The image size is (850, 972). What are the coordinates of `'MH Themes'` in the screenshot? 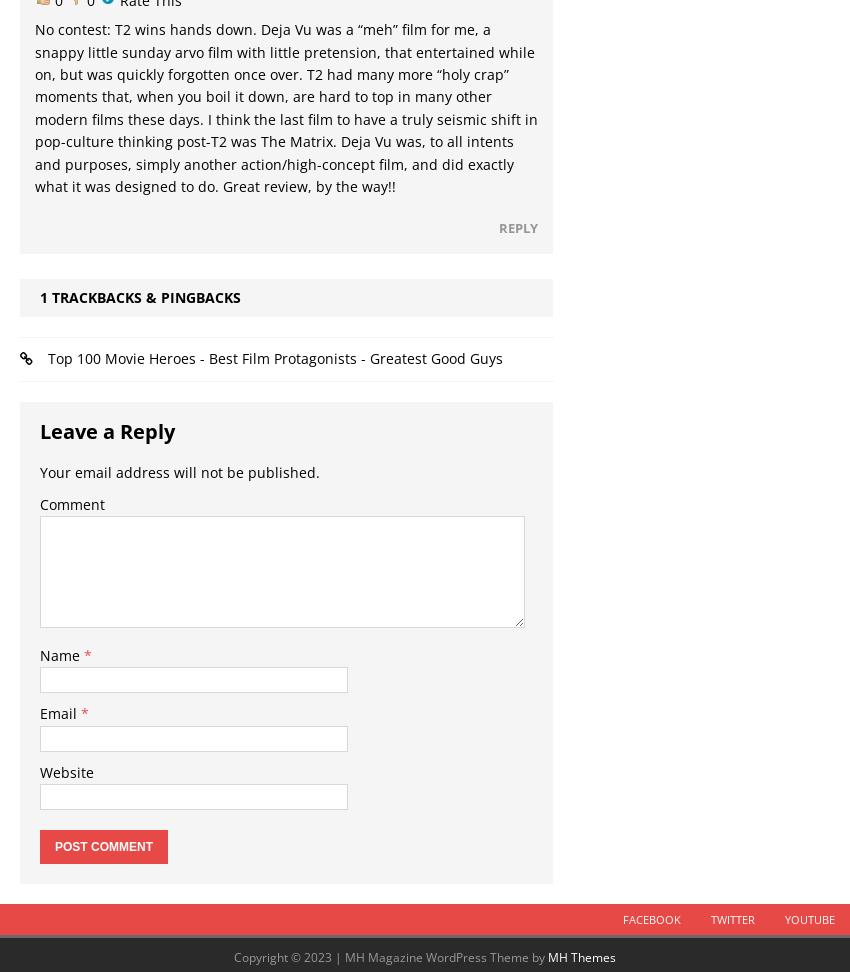 It's located at (546, 955).